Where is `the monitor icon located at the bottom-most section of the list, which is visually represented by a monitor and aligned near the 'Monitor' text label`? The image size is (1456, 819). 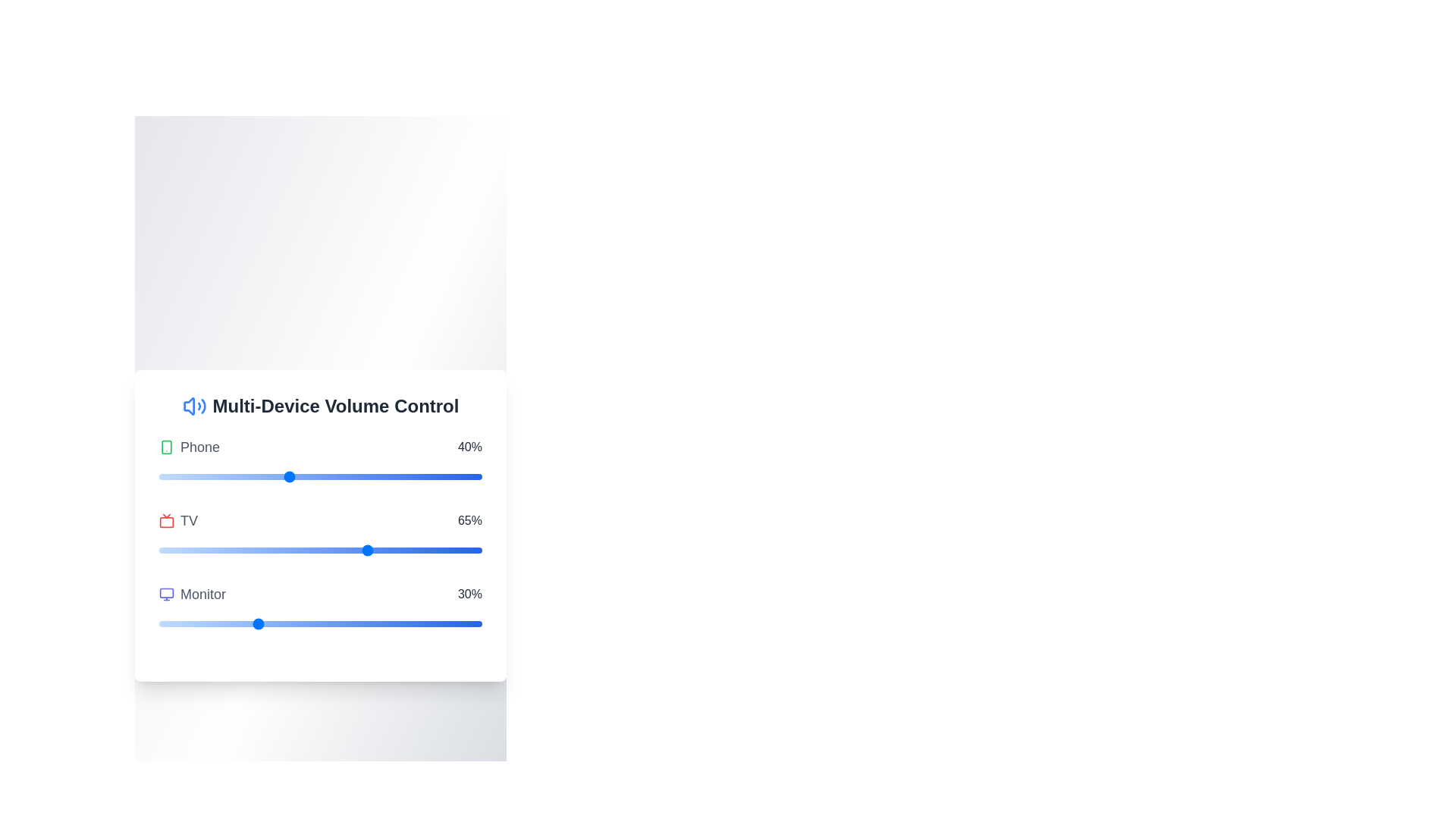
the monitor icon located at the bottom-most section of the list, which is visually represented by a monitor and aligned near the 'Monitor' text label is located at coordinates (167, 593).